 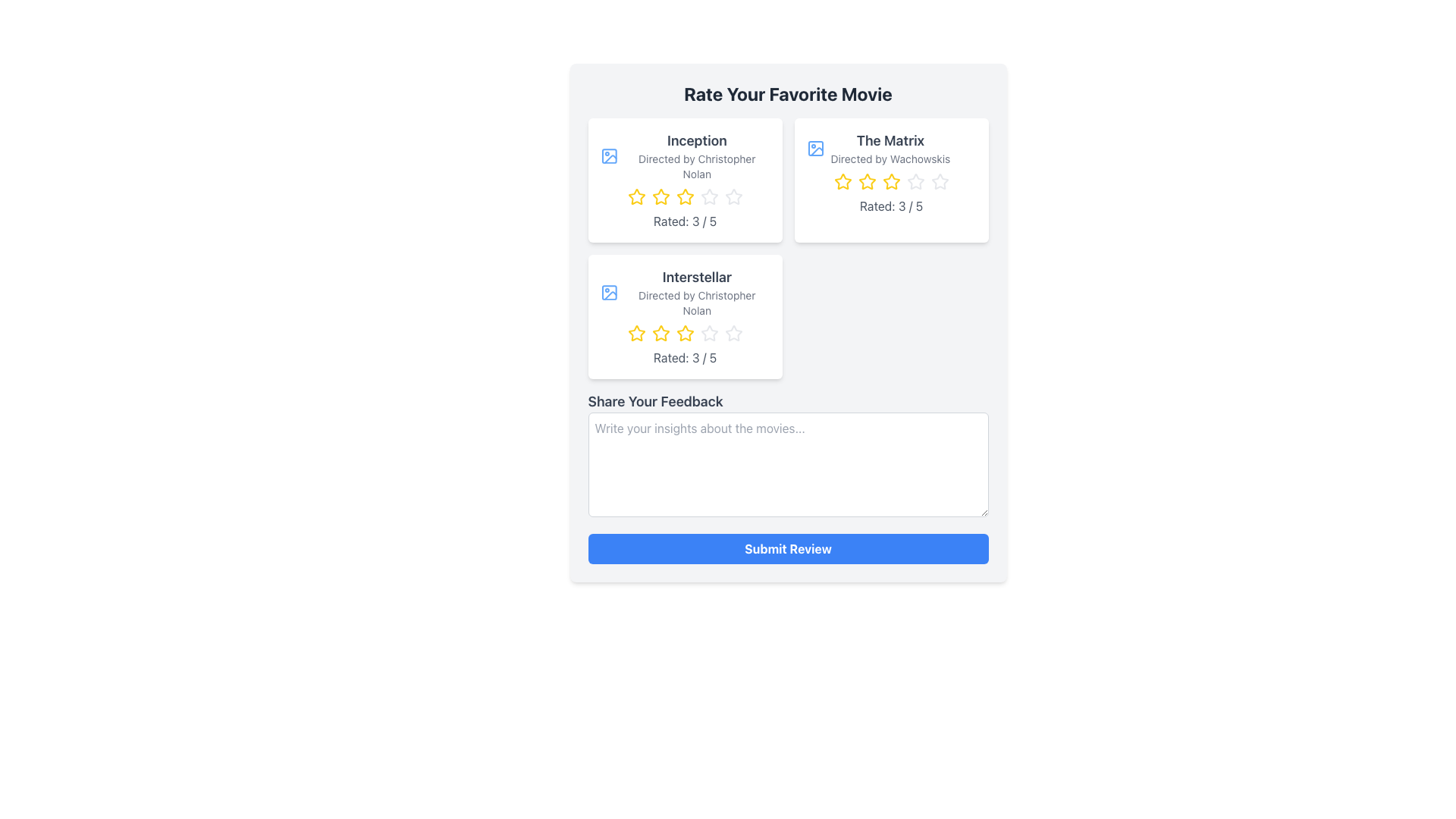 I want to click on the text label providing information about the director of the movie 'Inception', which is positioned directly under the title within the top-left movie card, so click(x=696, y=166).